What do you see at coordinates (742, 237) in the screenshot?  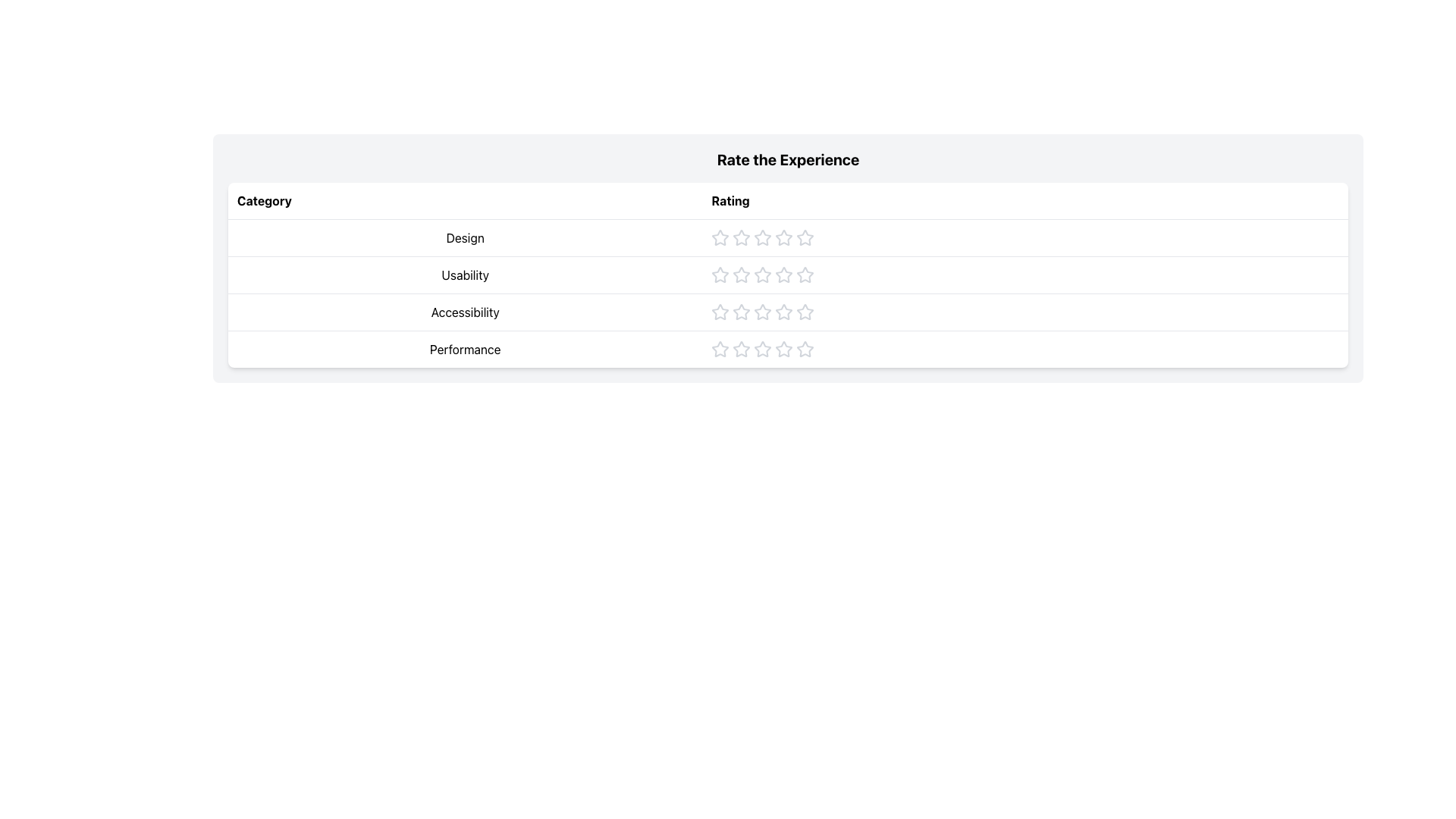 I see `the second star icon in the 'Design' row` at bounding box center [742, 237].